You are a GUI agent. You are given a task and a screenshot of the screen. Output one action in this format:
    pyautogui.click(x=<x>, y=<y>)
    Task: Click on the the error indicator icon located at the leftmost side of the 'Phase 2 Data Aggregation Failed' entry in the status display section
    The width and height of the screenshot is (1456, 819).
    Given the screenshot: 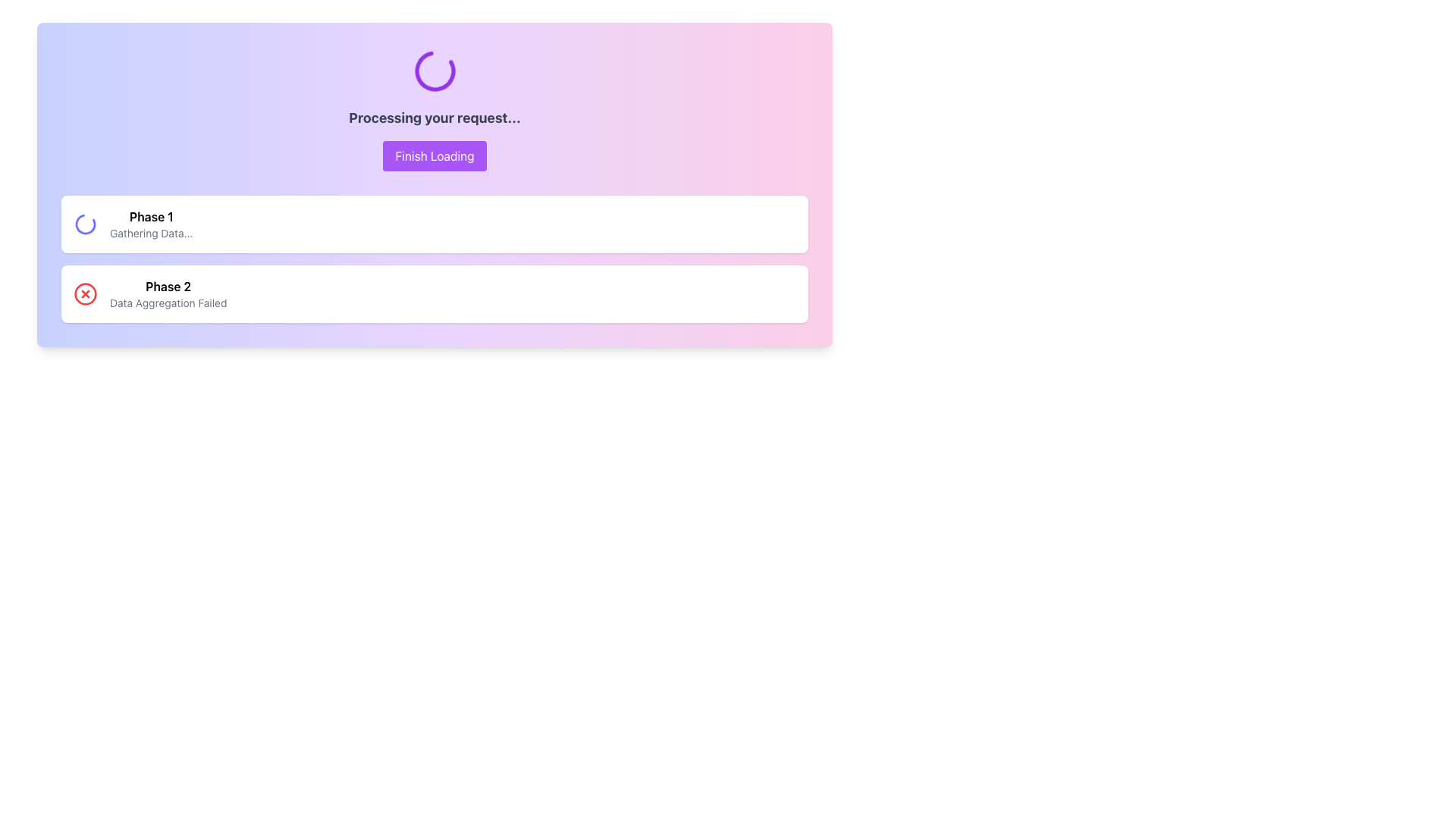 What is the action you would take?
    pyautogui.click(x=85, y=294)
    